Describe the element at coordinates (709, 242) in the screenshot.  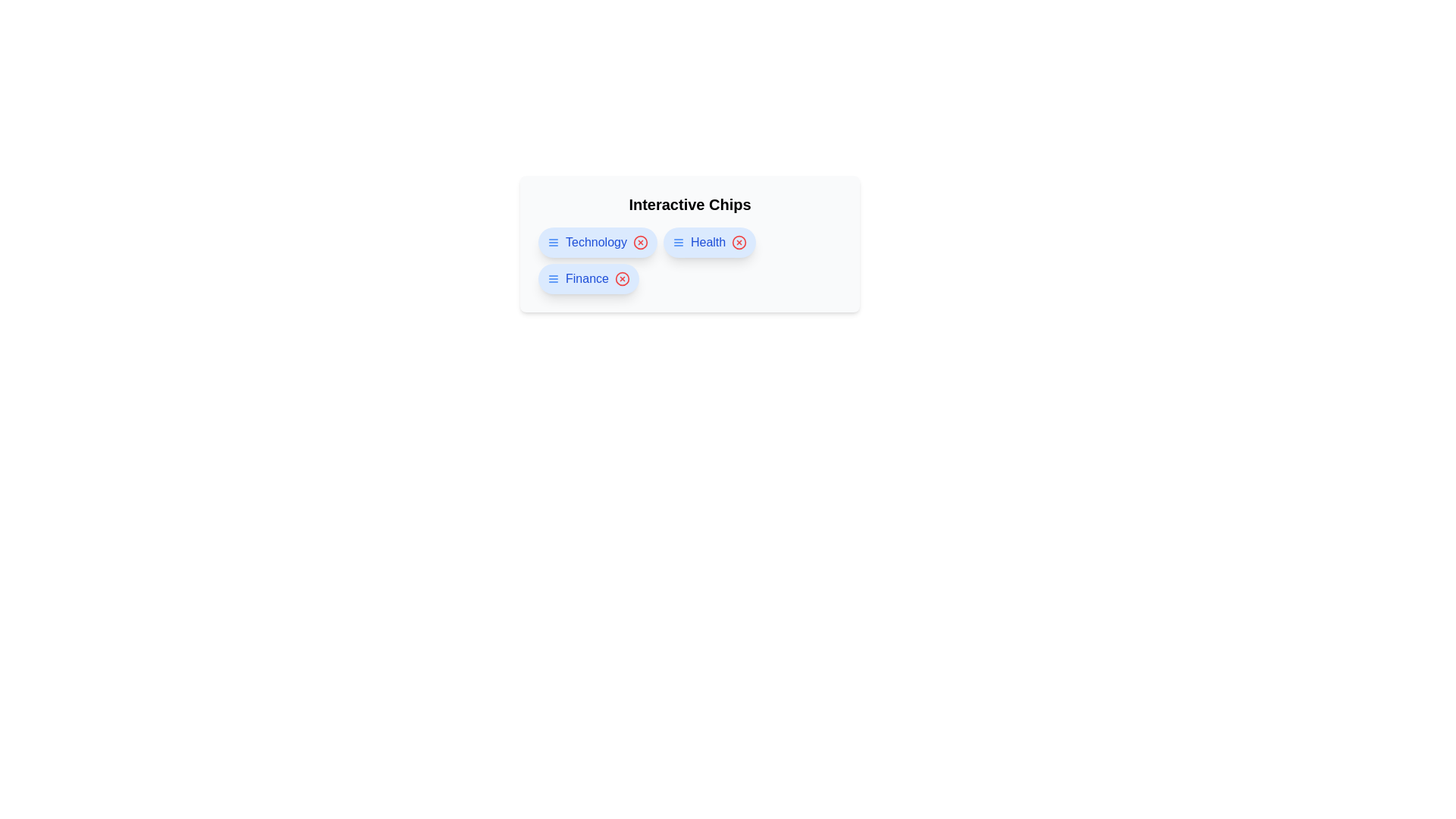
I see `the chip labeled Health` at that location.